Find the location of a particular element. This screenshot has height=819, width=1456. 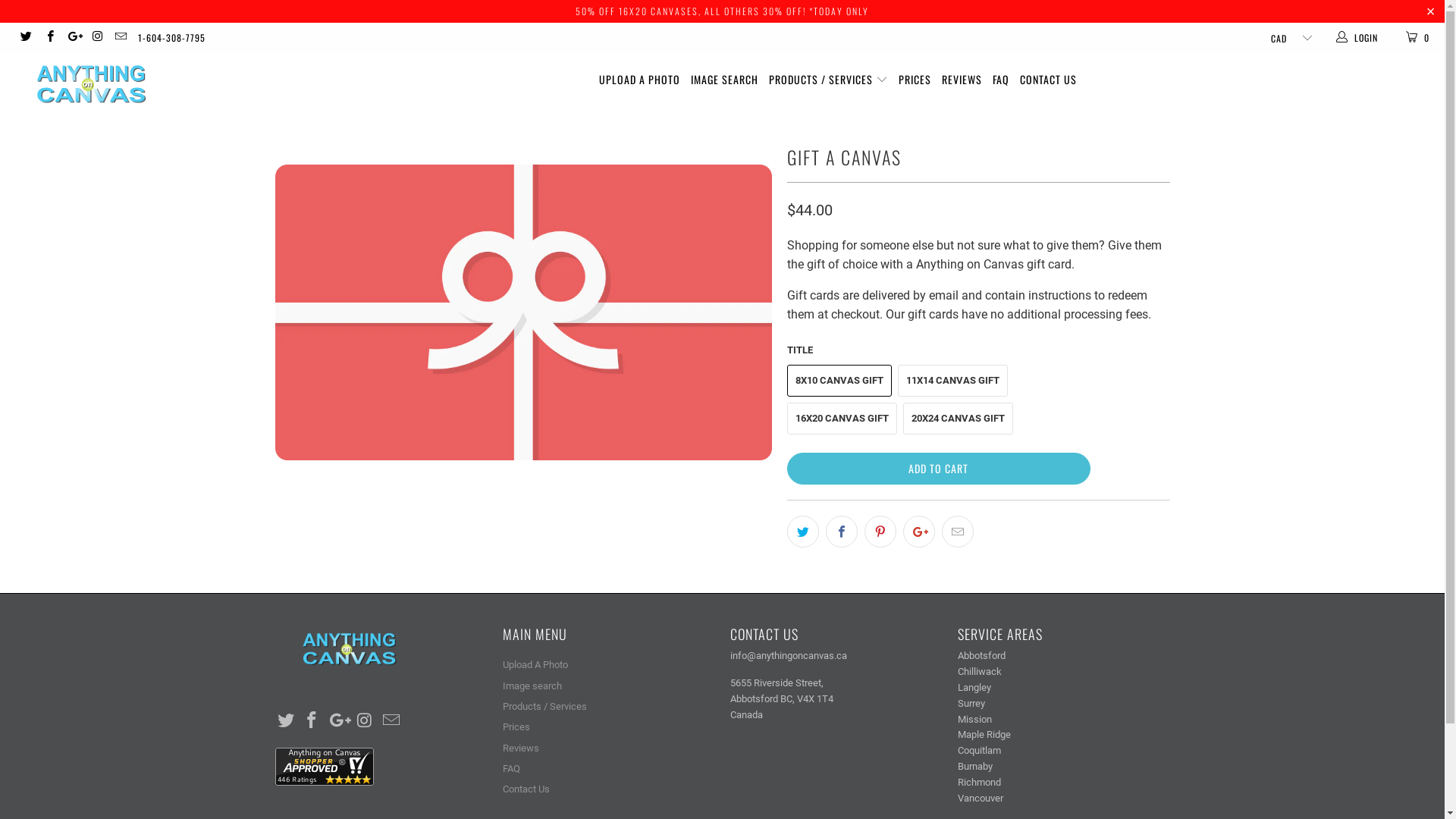

'Anything on Canvas on Twitter' is located at coordinates (286, 720).